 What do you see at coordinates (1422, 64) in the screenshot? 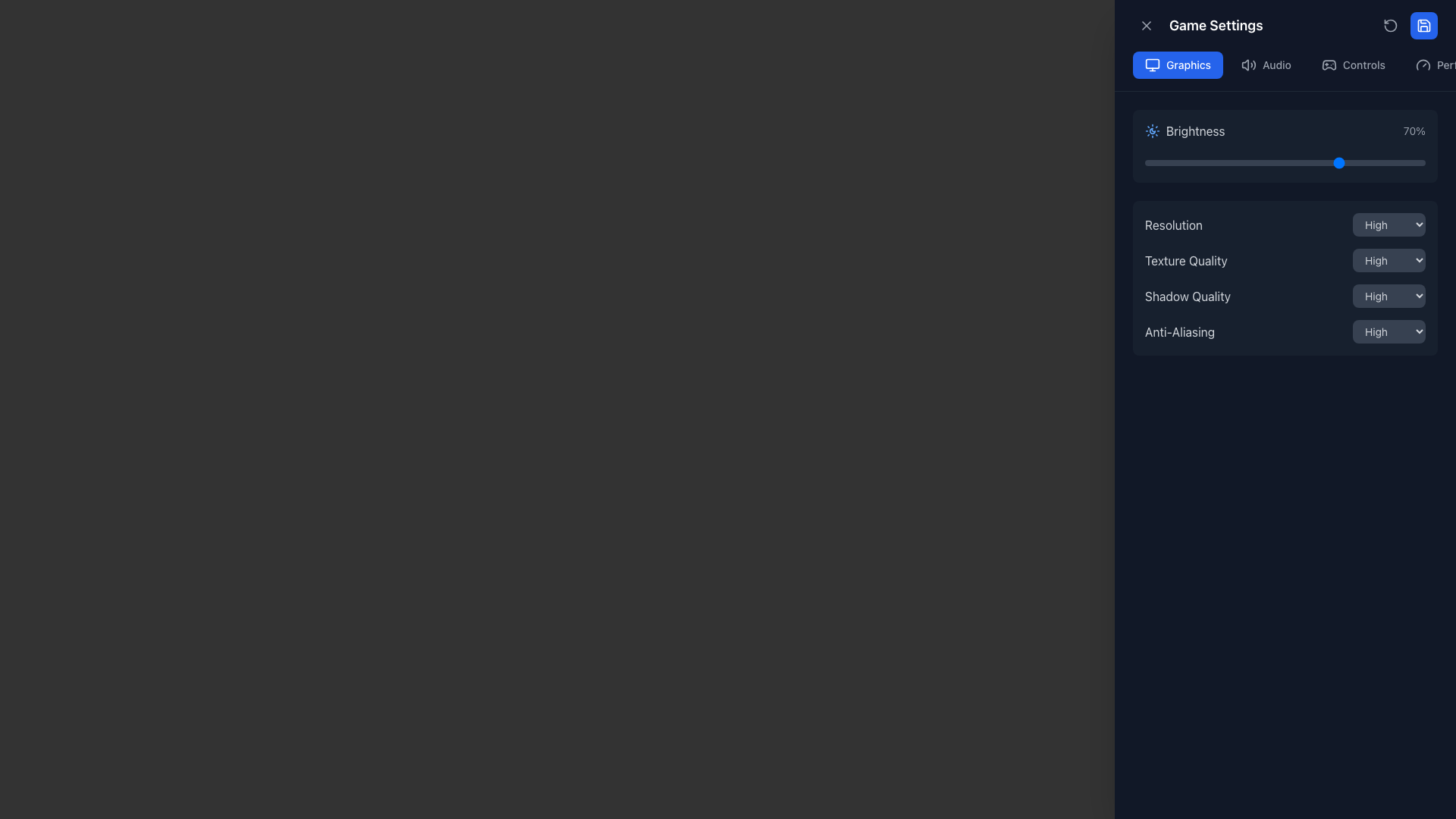
I see `the performance gauge icon in the top right section of the horizontal menu bar` at bounding box center [1422, 64].